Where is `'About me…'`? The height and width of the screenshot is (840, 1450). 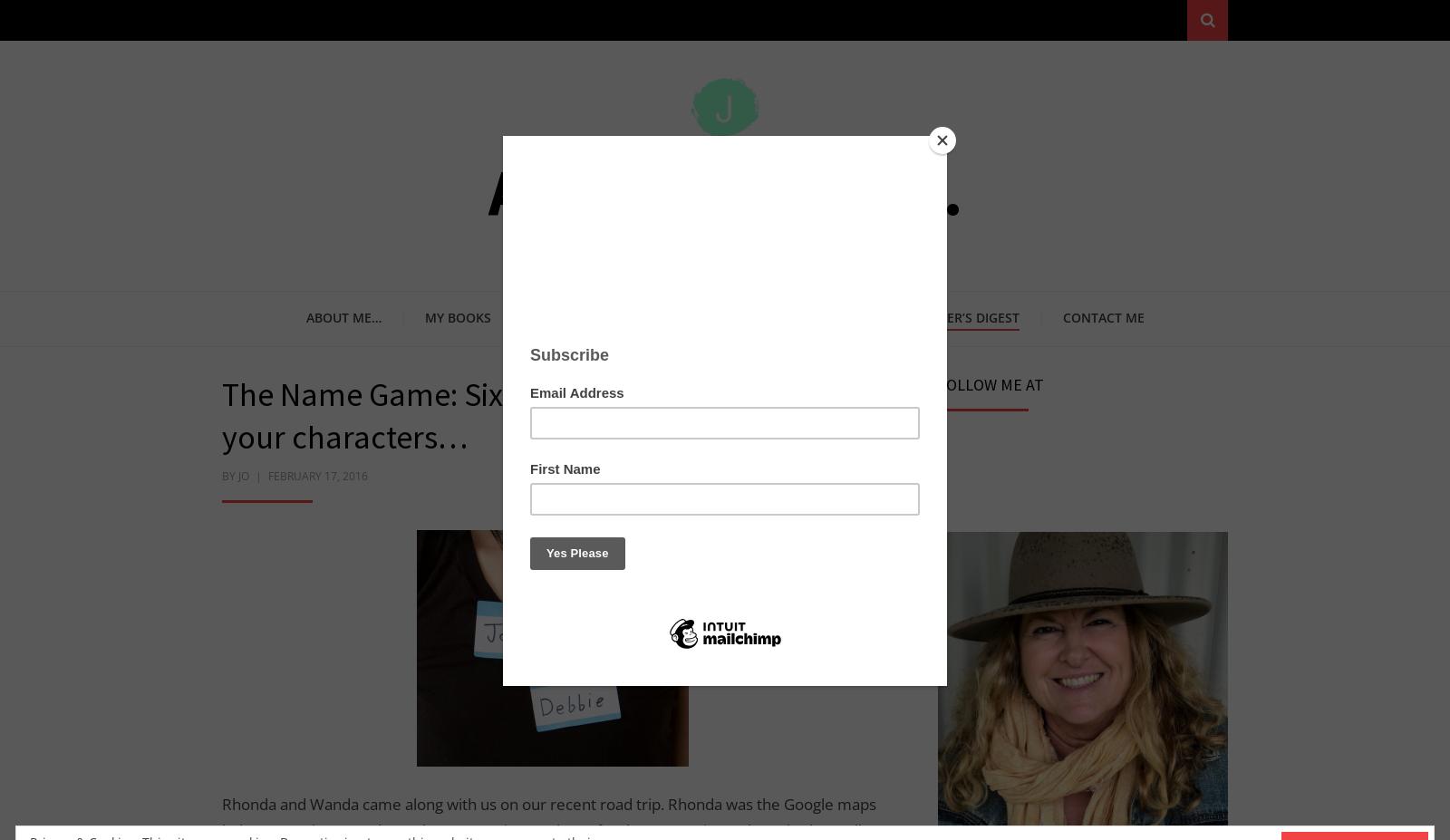
'About me…' is located at coordinates (343, 315).